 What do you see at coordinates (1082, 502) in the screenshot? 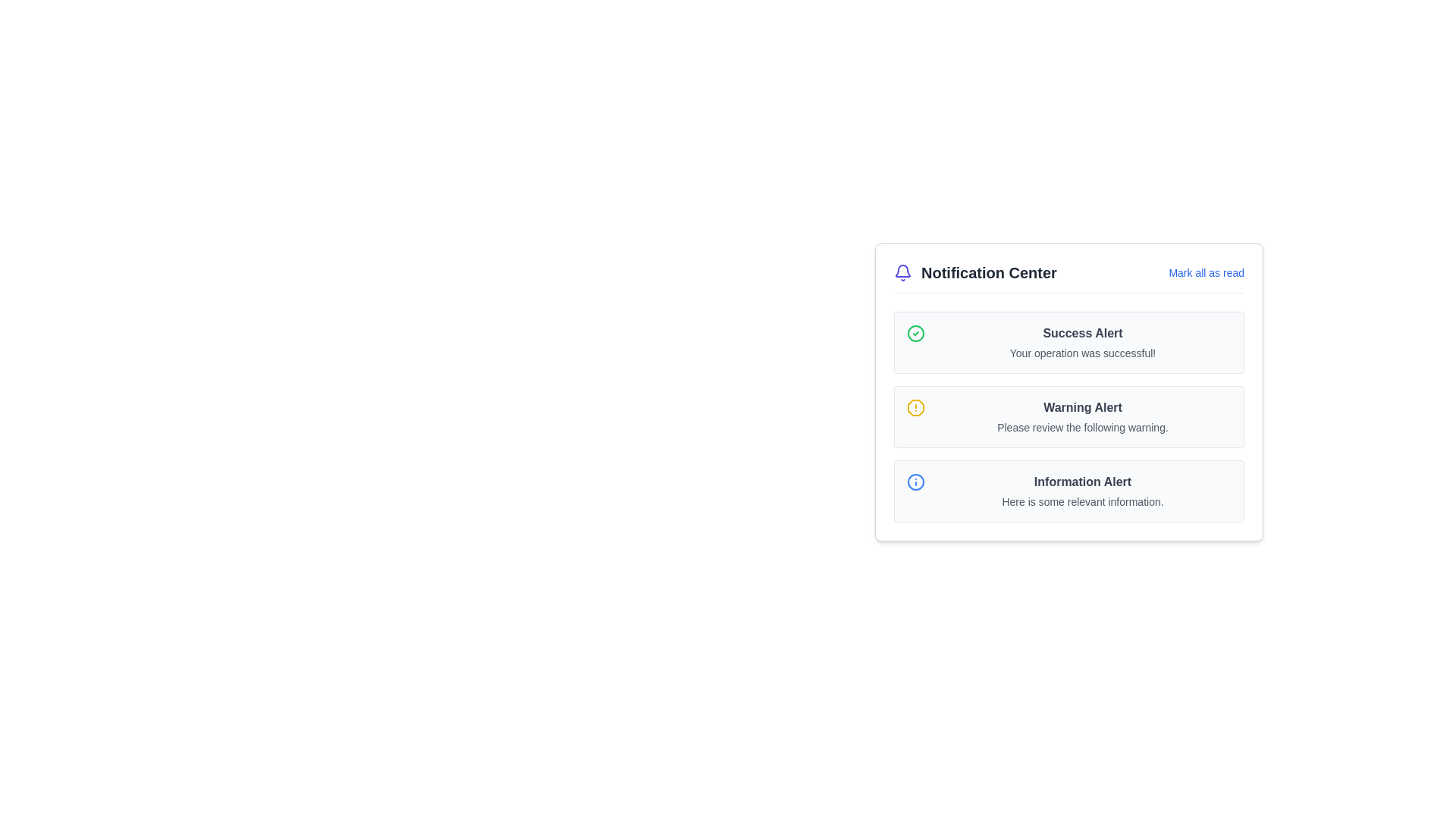
I see `the Text Label located at the bottom of the third notification in the Notification Center interface, directly below the 'Information Alert' title text` at bounding box center [1082, 502].